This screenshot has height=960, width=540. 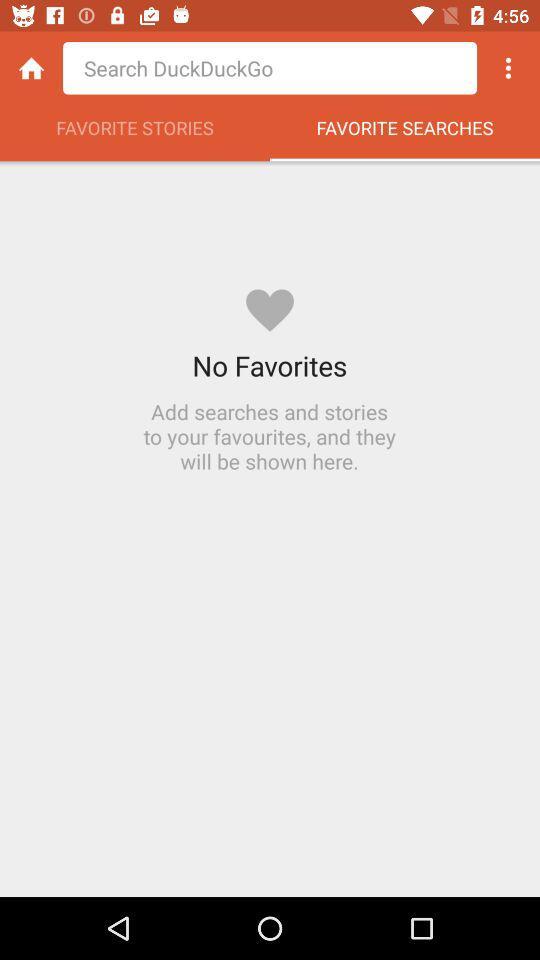 I want to click on the item next to the favorite stories item, so click(x=405, y=132).